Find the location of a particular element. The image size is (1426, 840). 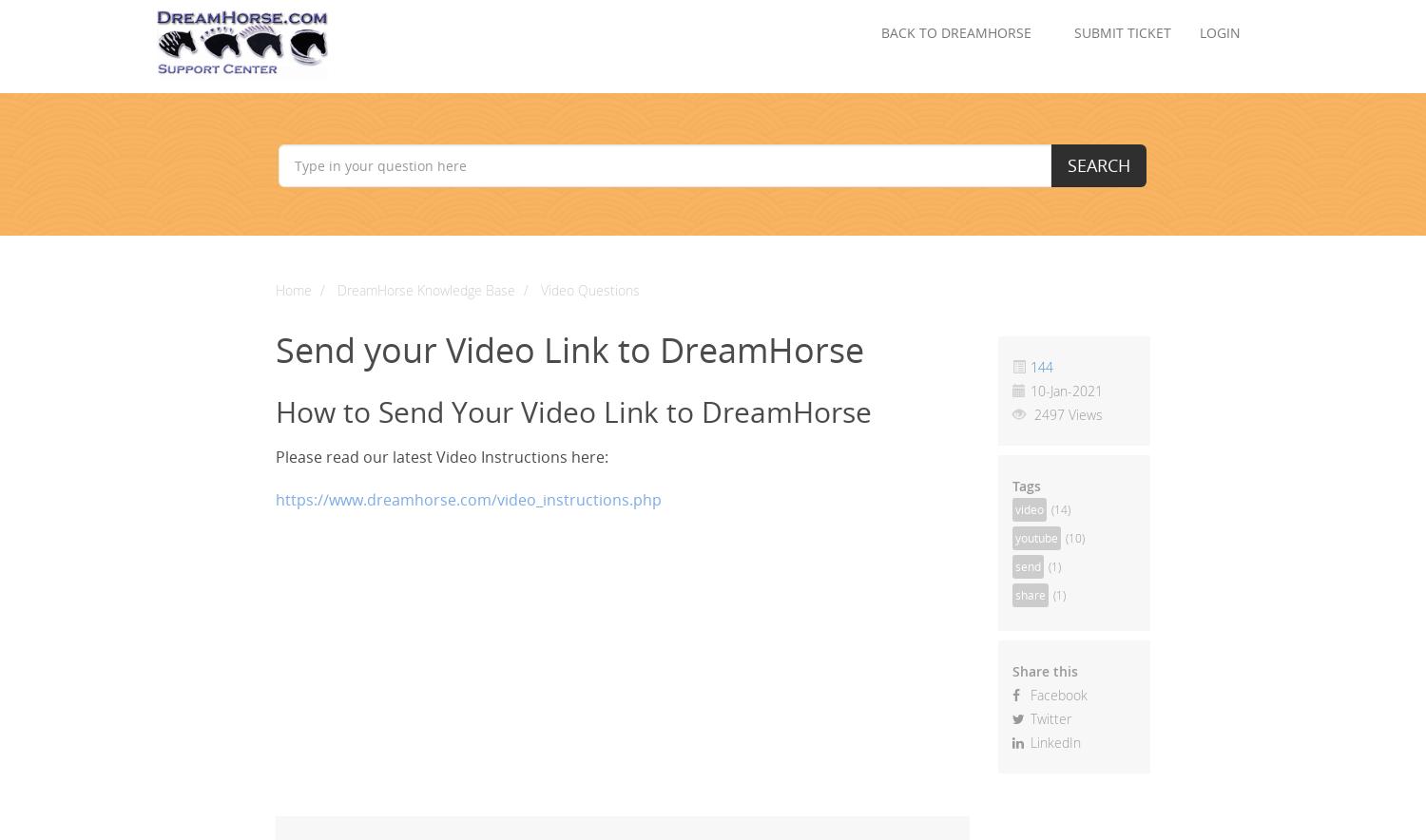

'share' is located at coordinates (1030, 595).